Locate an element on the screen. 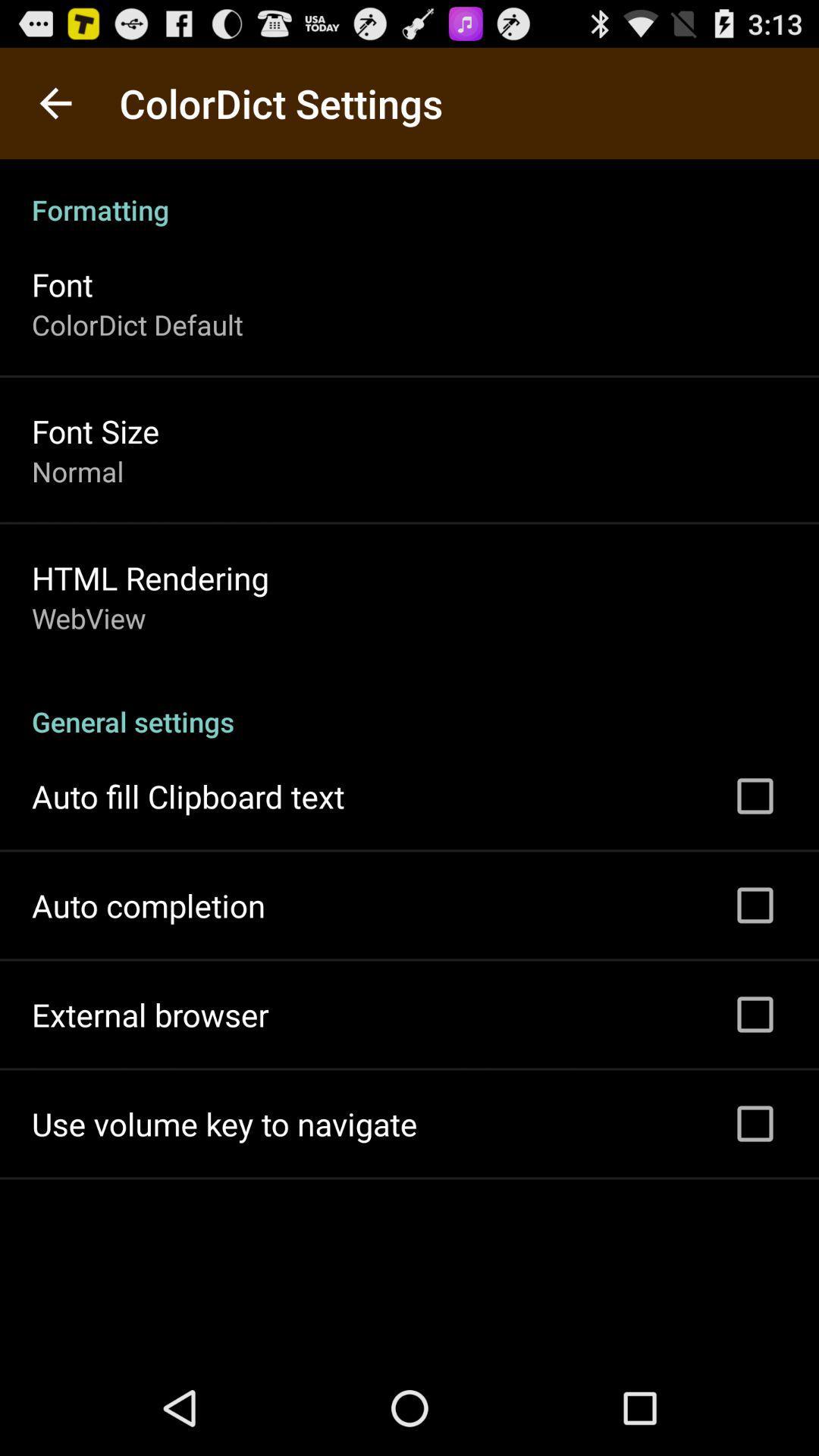 The width and height of the screenshot is (819, 1456). webview is located at coordinates (89, 618).